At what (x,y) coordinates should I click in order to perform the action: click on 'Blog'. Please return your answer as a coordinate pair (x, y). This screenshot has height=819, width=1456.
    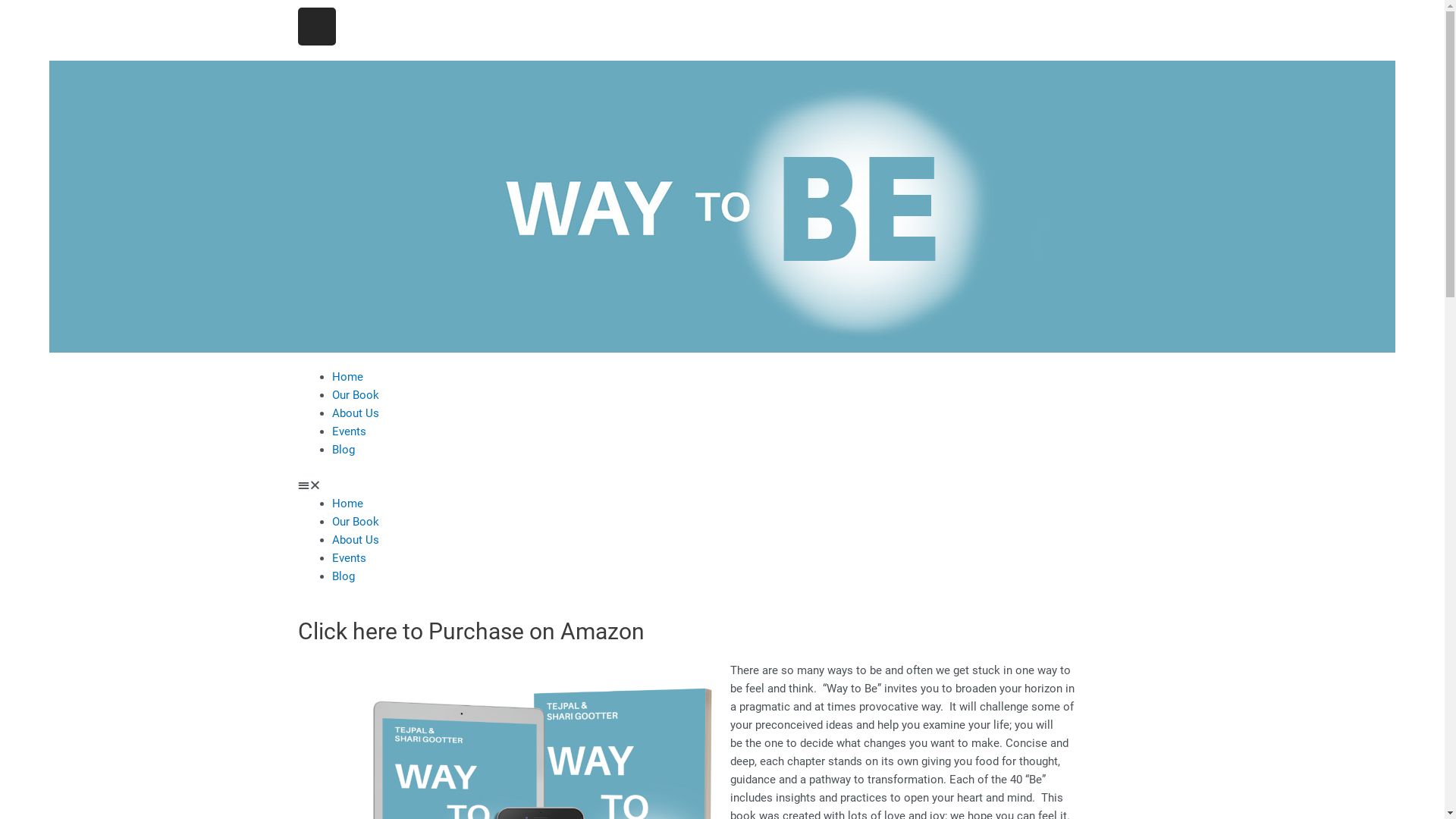
    Looking at the image, I should click on (342, 449).